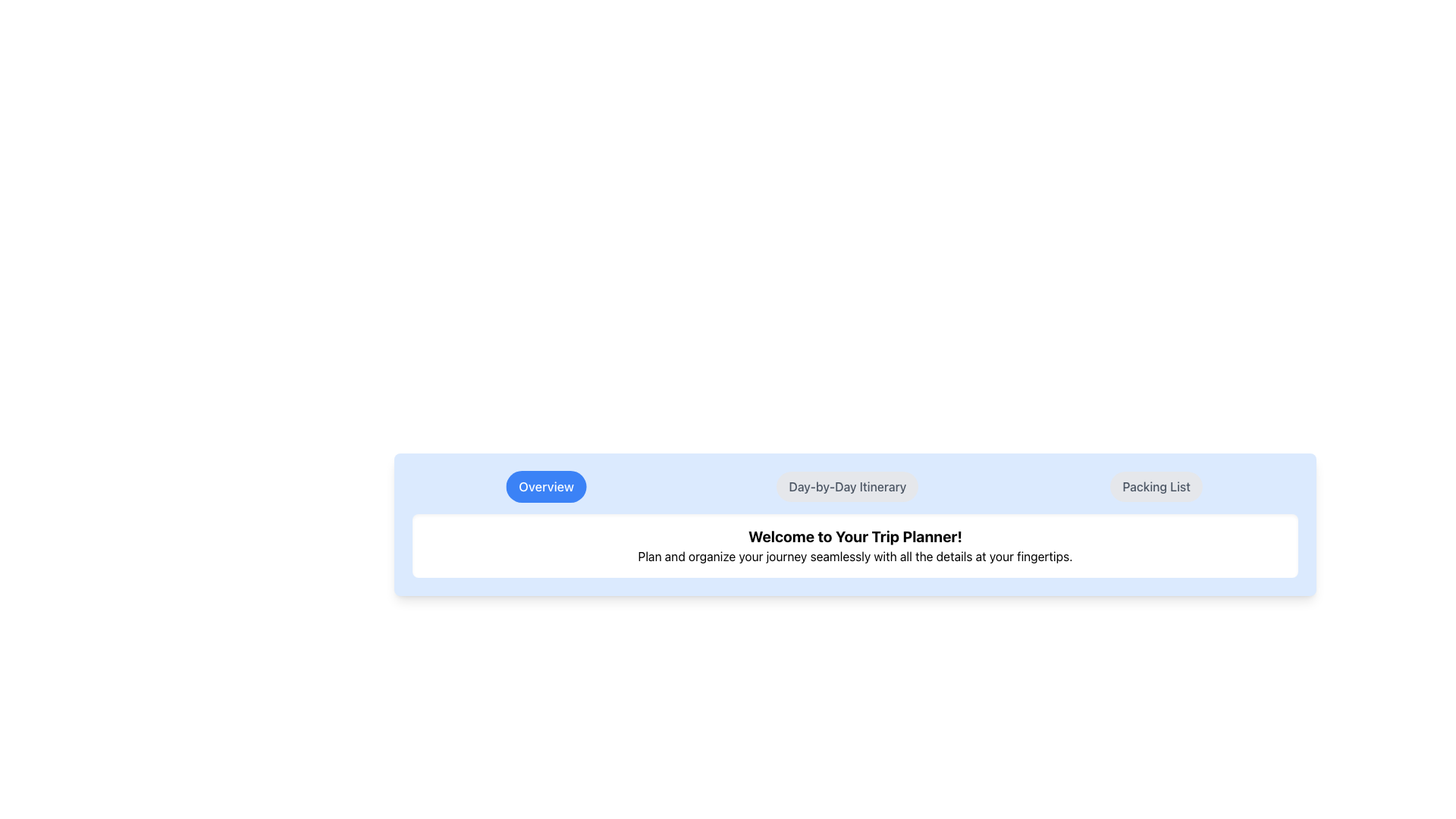 Image resolution: width=1456 pixels, height=819 pixels. What do you see at coordinates (855, 556) in the screenshot?
I see `the static text that provides additional context or instructions related to the title 'Welcome to Your Trip Planner!'` at bounding box center [855, 556].